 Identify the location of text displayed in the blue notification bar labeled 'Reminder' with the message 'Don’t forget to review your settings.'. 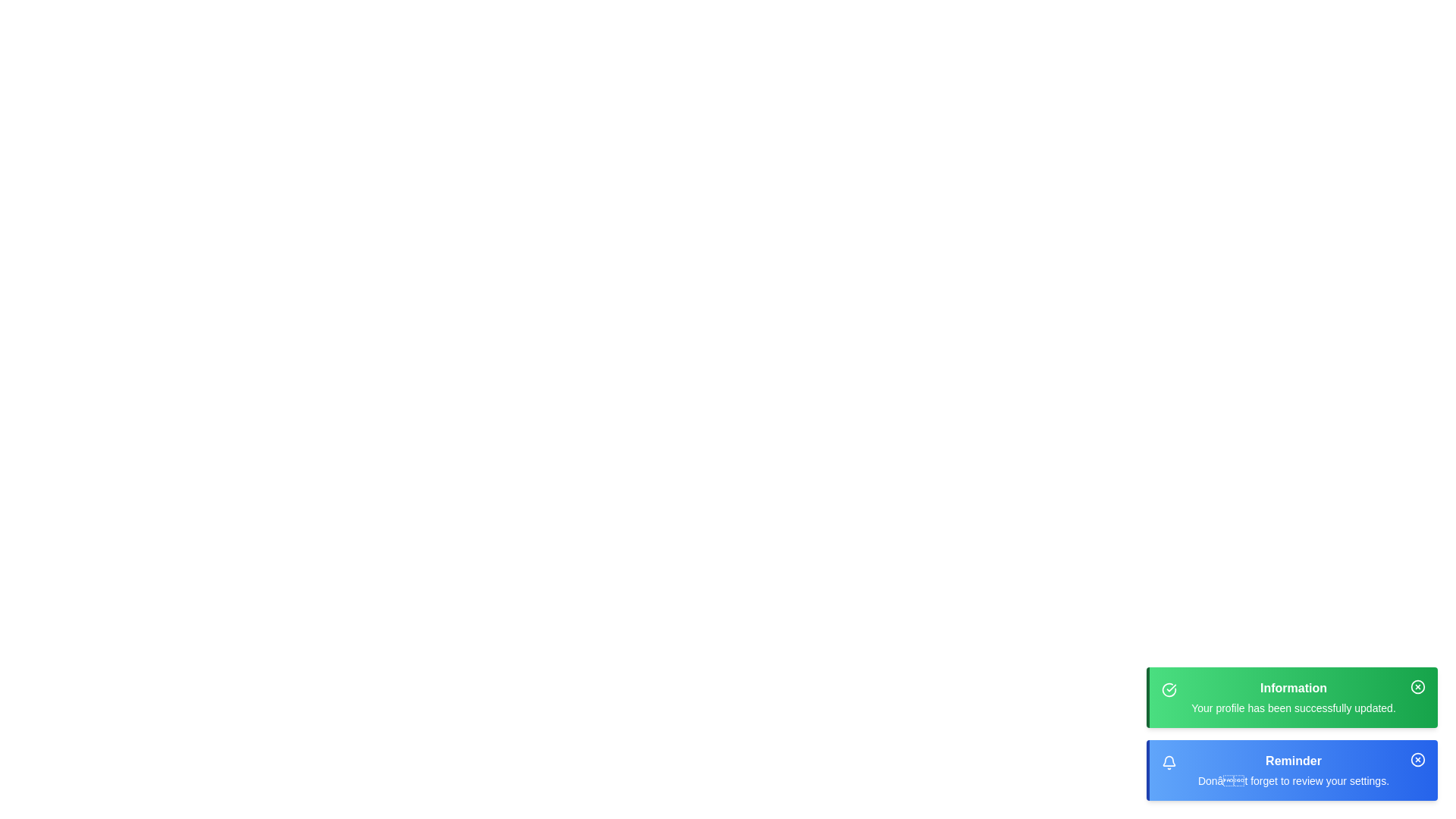
(1292, 770).